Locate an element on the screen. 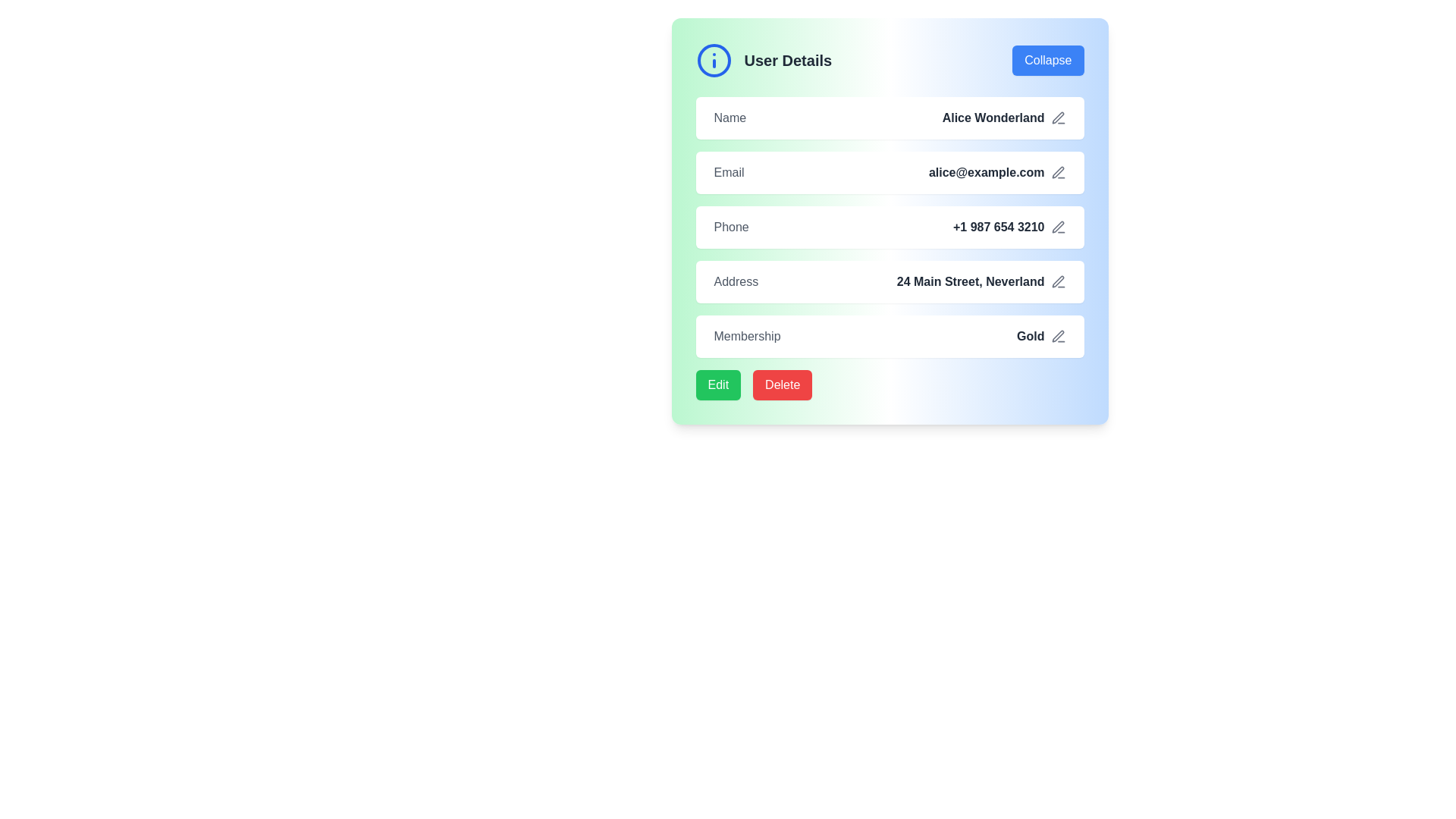 The image size is (1456, 819). the bright red 'Delete' button with rounded corners to initiate the delete action is located at coordinates (783, 384).